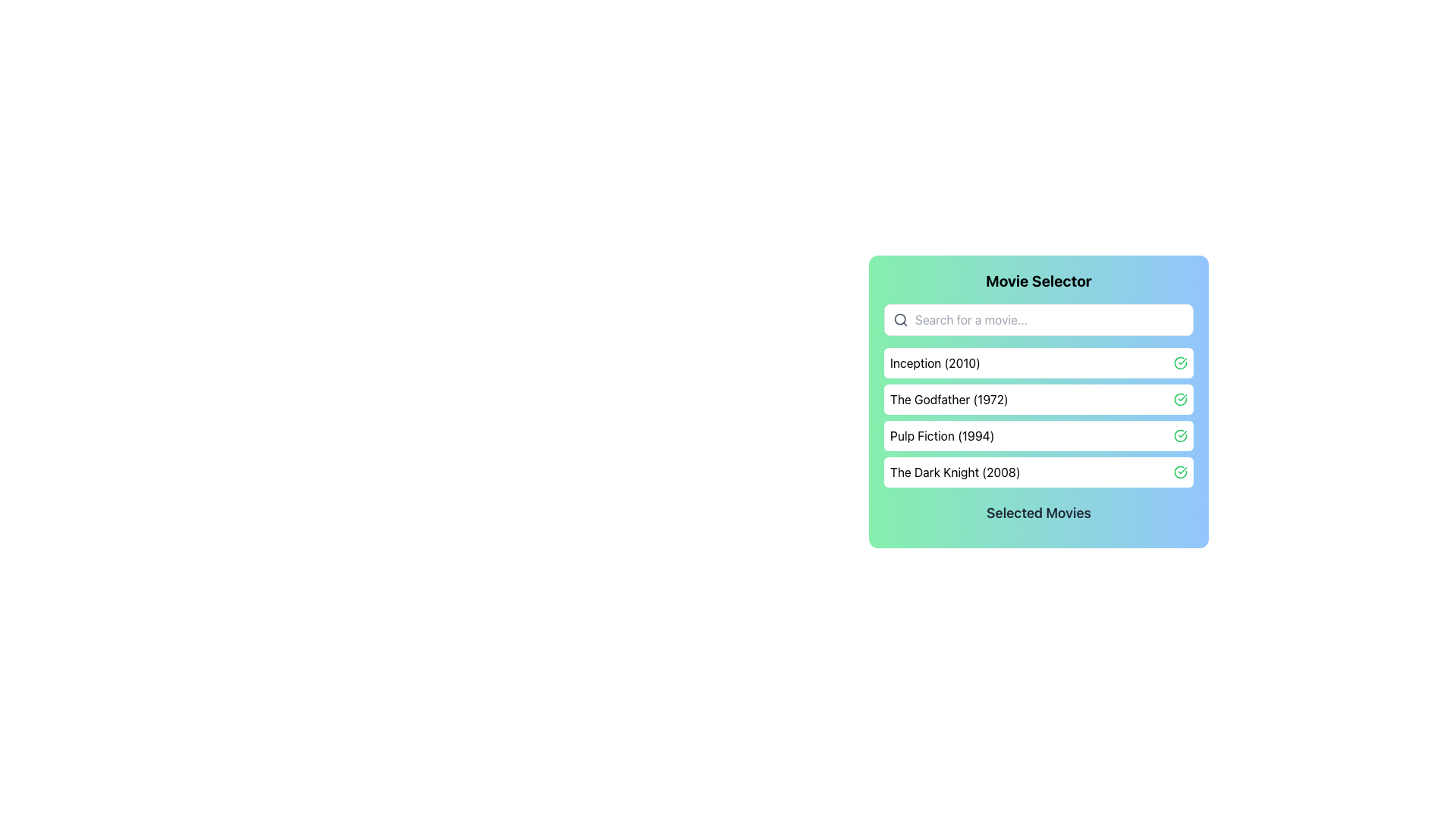 This screenshot has width=1456, height=819. I want to click on the search icon located to the left of the search input field to initiate a search action or focus the input field, so click(901, 318).